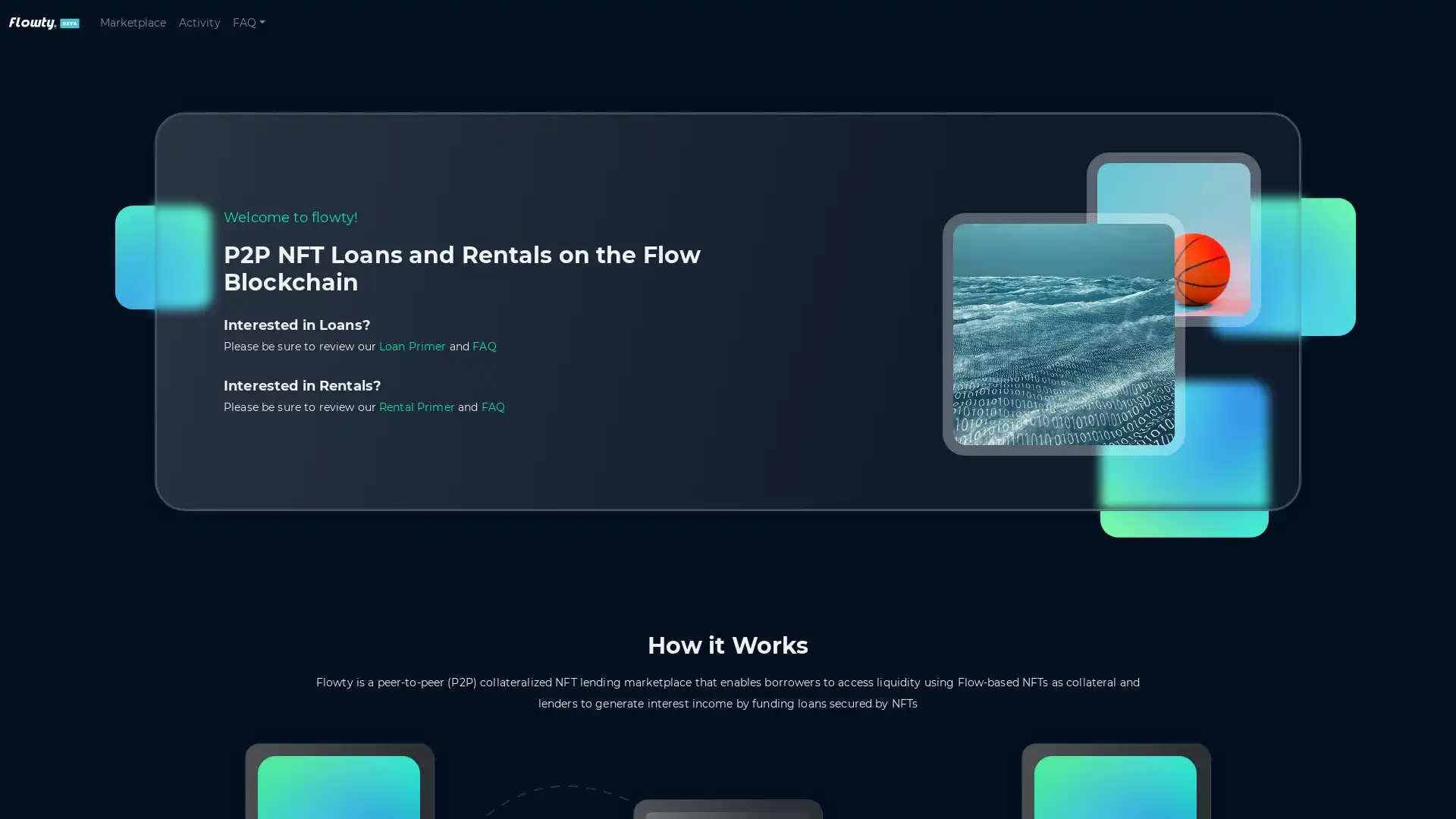 The width and height of the screenshot is (1456, 819). Describe the element at coordinates (198, 25) in the screenshot. I see `Activity` at that location.